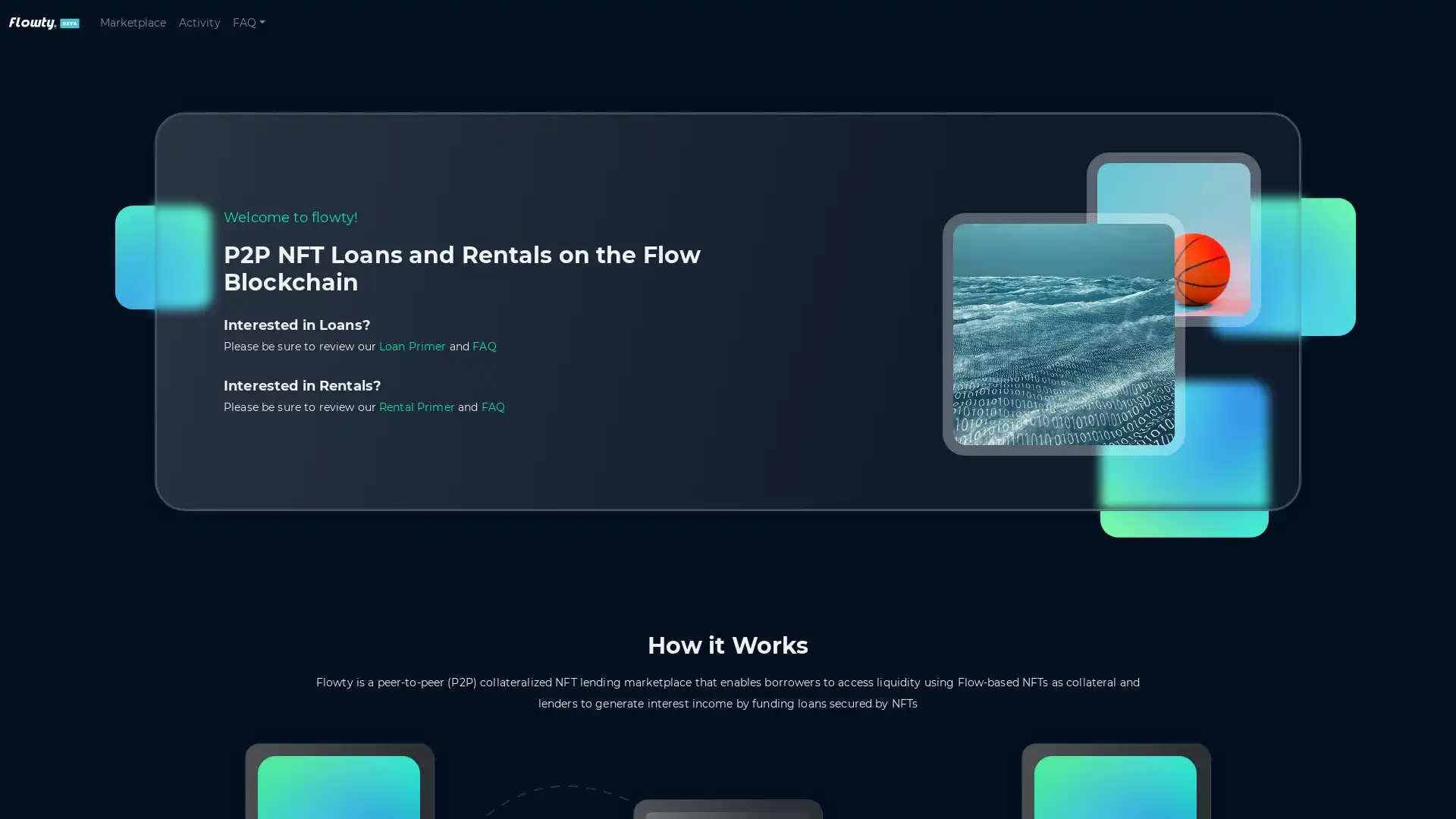 The width and height of the screenshot is (1456, 819). Describe the element at coordinates (198, 25) in the screenshot. I see `Activity` at that location.